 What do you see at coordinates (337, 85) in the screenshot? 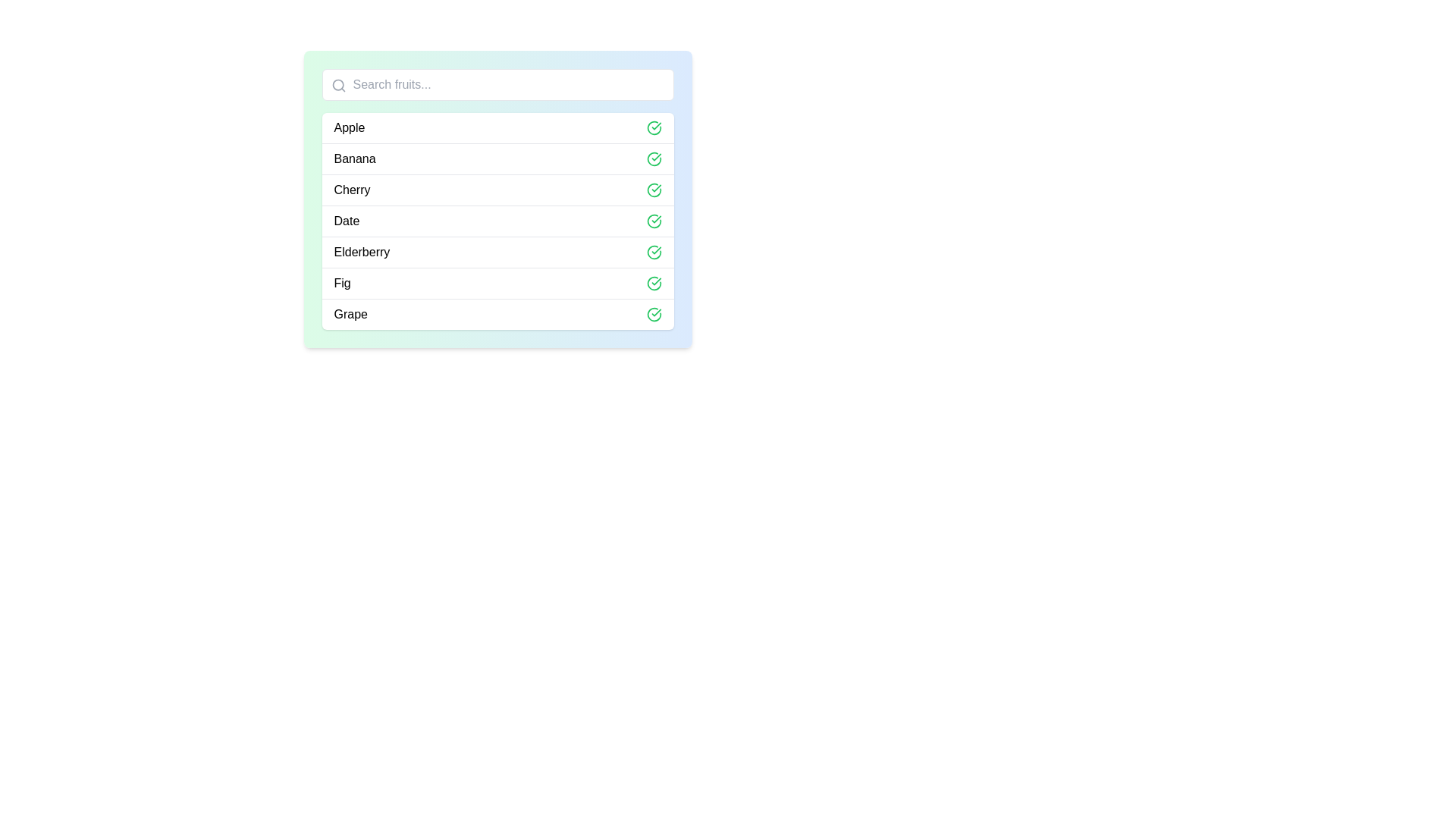
I see `the gray magnifying glass icon with a circular design and diagonal handle, located to the left of the search input box` at bounding box center [337, 85].